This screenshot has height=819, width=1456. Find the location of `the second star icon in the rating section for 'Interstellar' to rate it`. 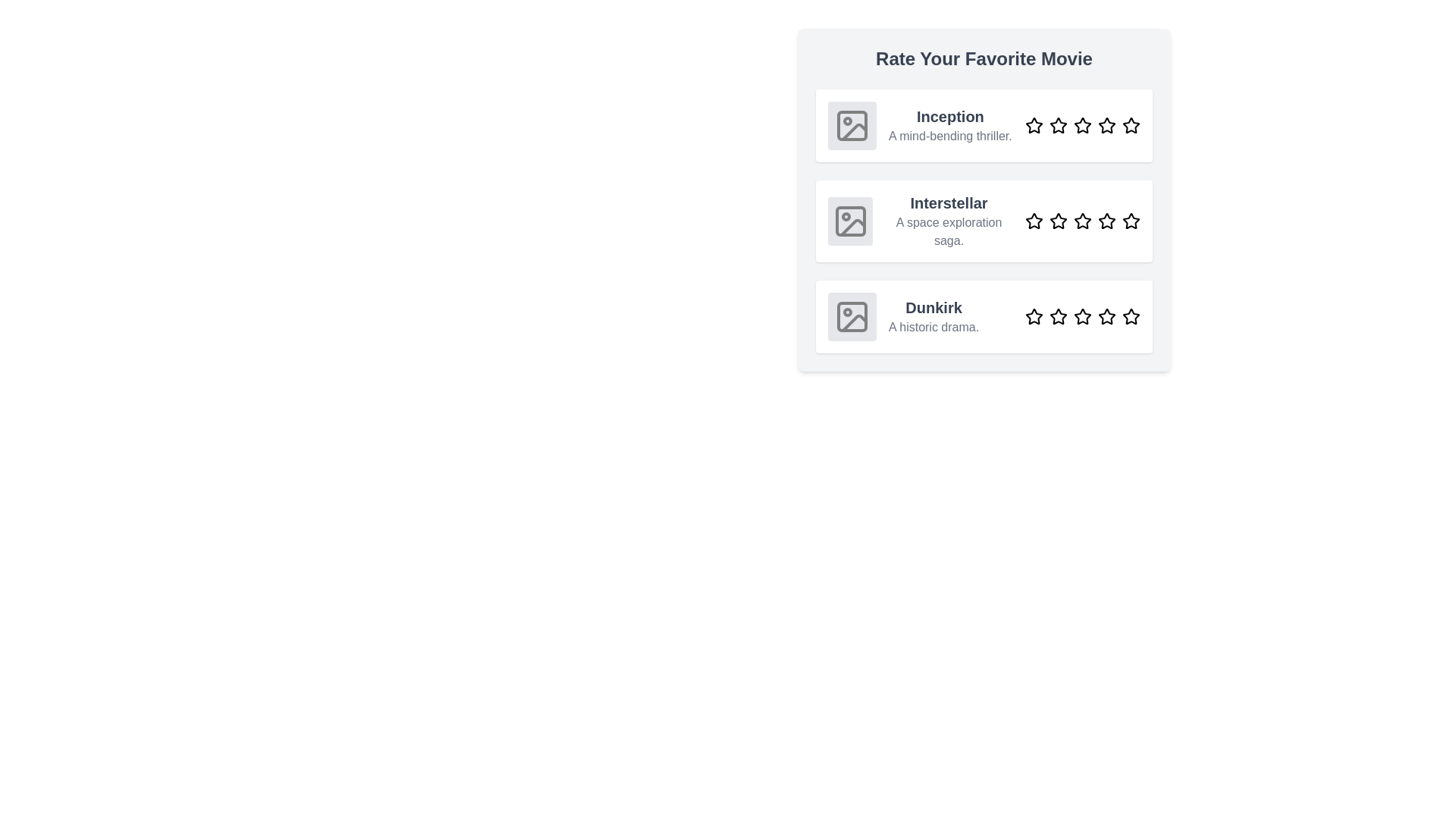

the second star icon in the rating section for 'Interstellar' to rate it is located at coordinates (1058, 221).